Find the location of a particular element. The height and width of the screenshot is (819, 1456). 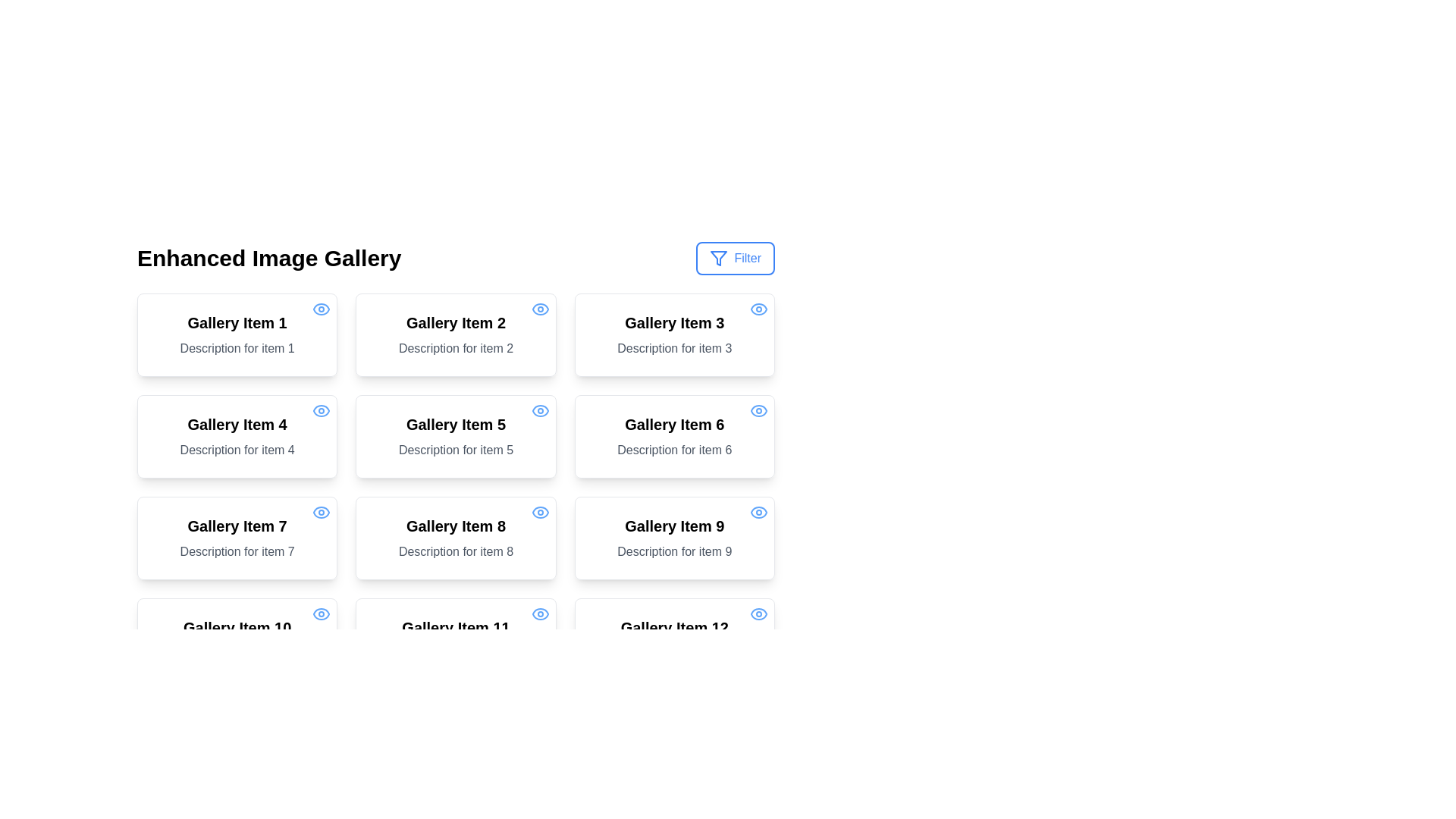

the static text that serves as a description for gallery item 8, located centrally in the lower half of the card titled 'Gallery Item 8' is located at coordinates (455, 552).